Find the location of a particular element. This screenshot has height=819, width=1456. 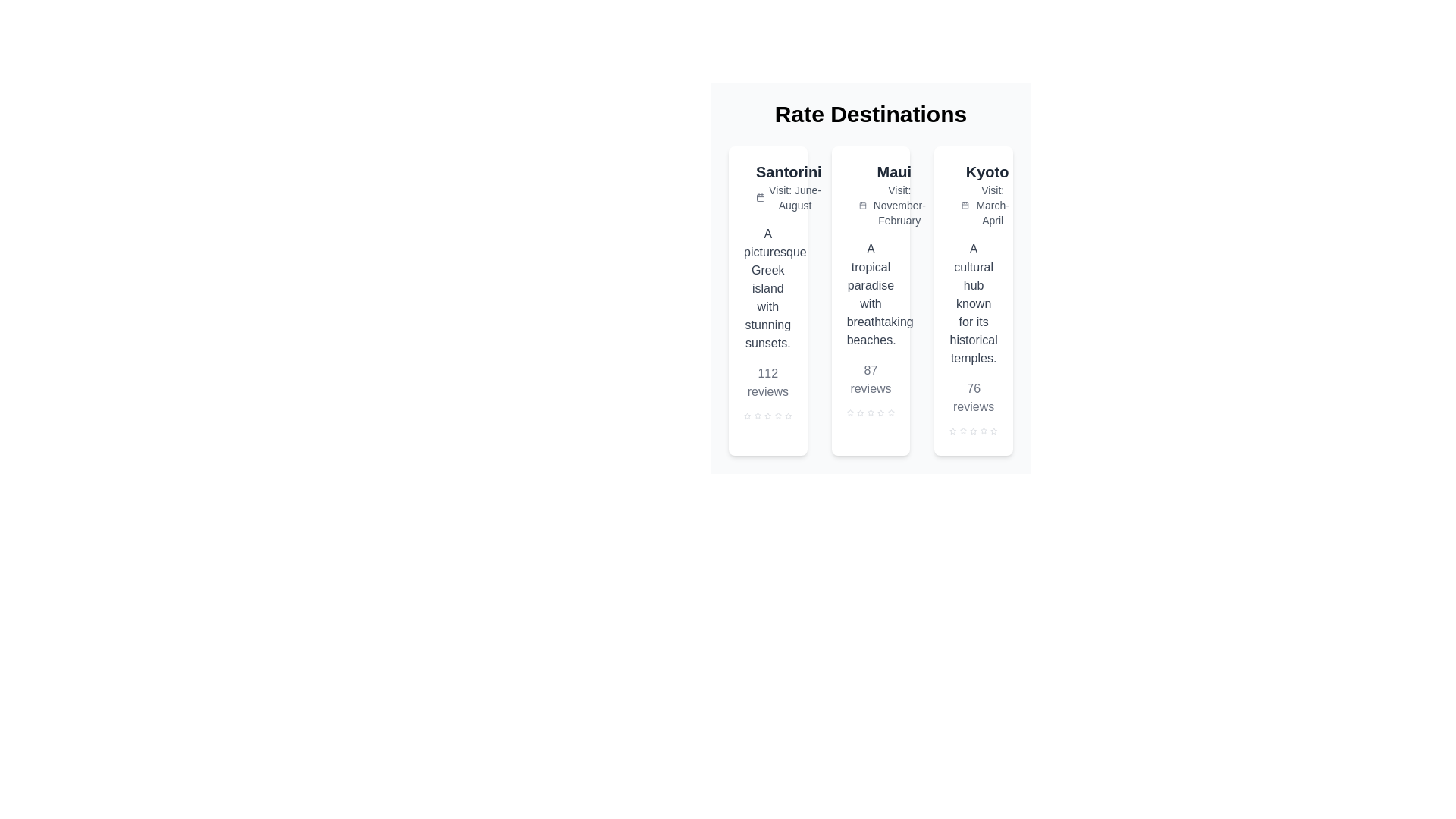

the text label displaying 'Kyoto', which is styled in bold and serves as the main heading in the third card section, positioned above 'Visit: March-April' is located at coordinates (987, 171).